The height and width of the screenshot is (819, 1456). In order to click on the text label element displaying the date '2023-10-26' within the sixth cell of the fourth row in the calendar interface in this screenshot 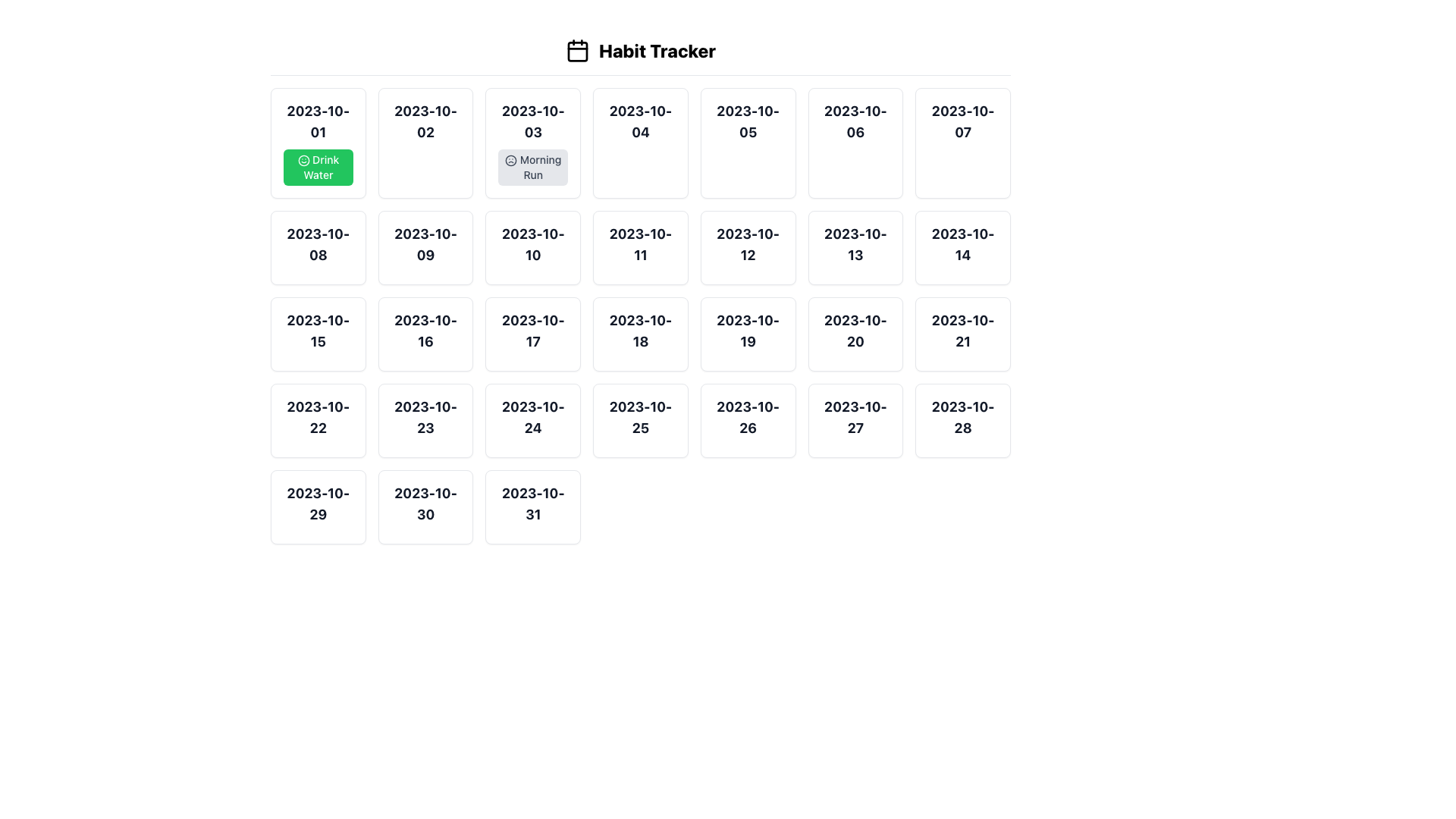, I will do `click(748, 418)`.